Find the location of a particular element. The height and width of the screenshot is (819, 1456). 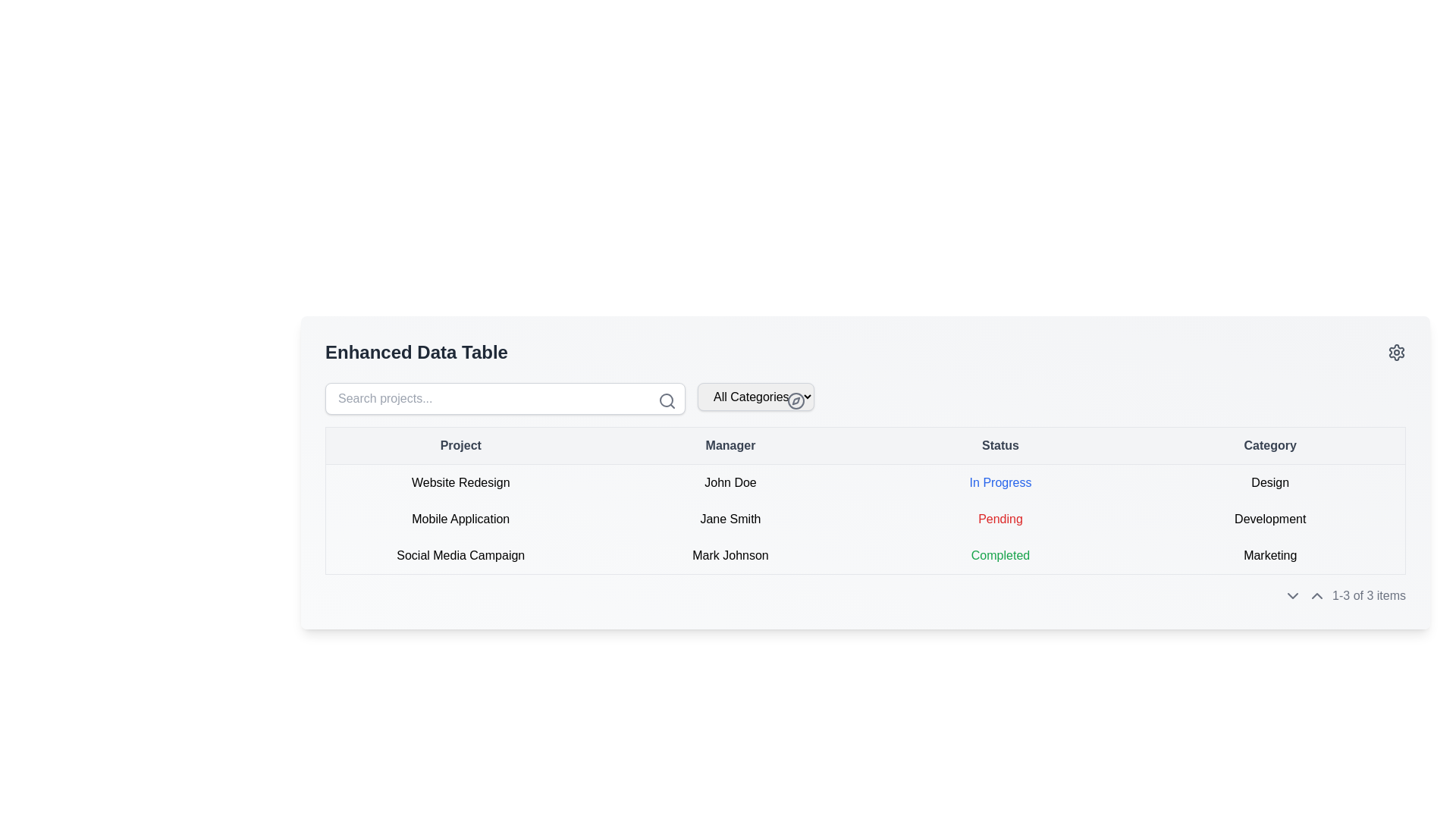

the magnifying glass icon located at the right end of the search input field, which indicates a search function is located at coordinates (667, 400).